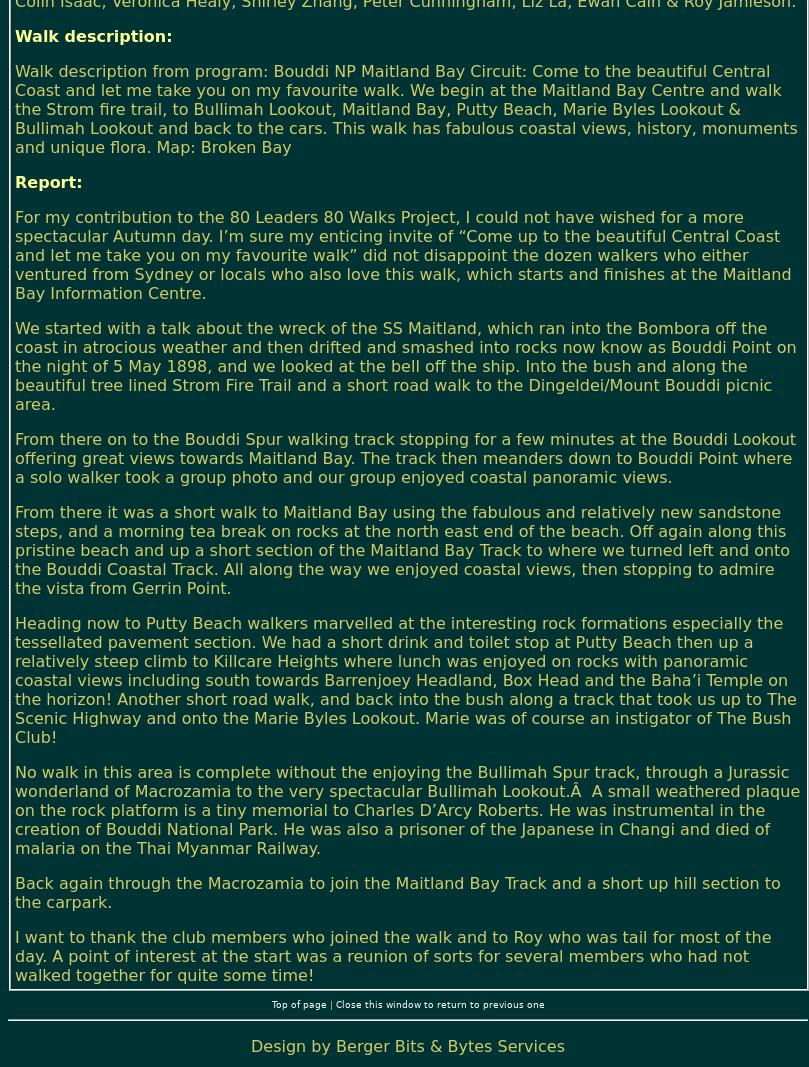  I want to click on 'Design by Berger Bits & Bytes Services', so click(406, 1045).